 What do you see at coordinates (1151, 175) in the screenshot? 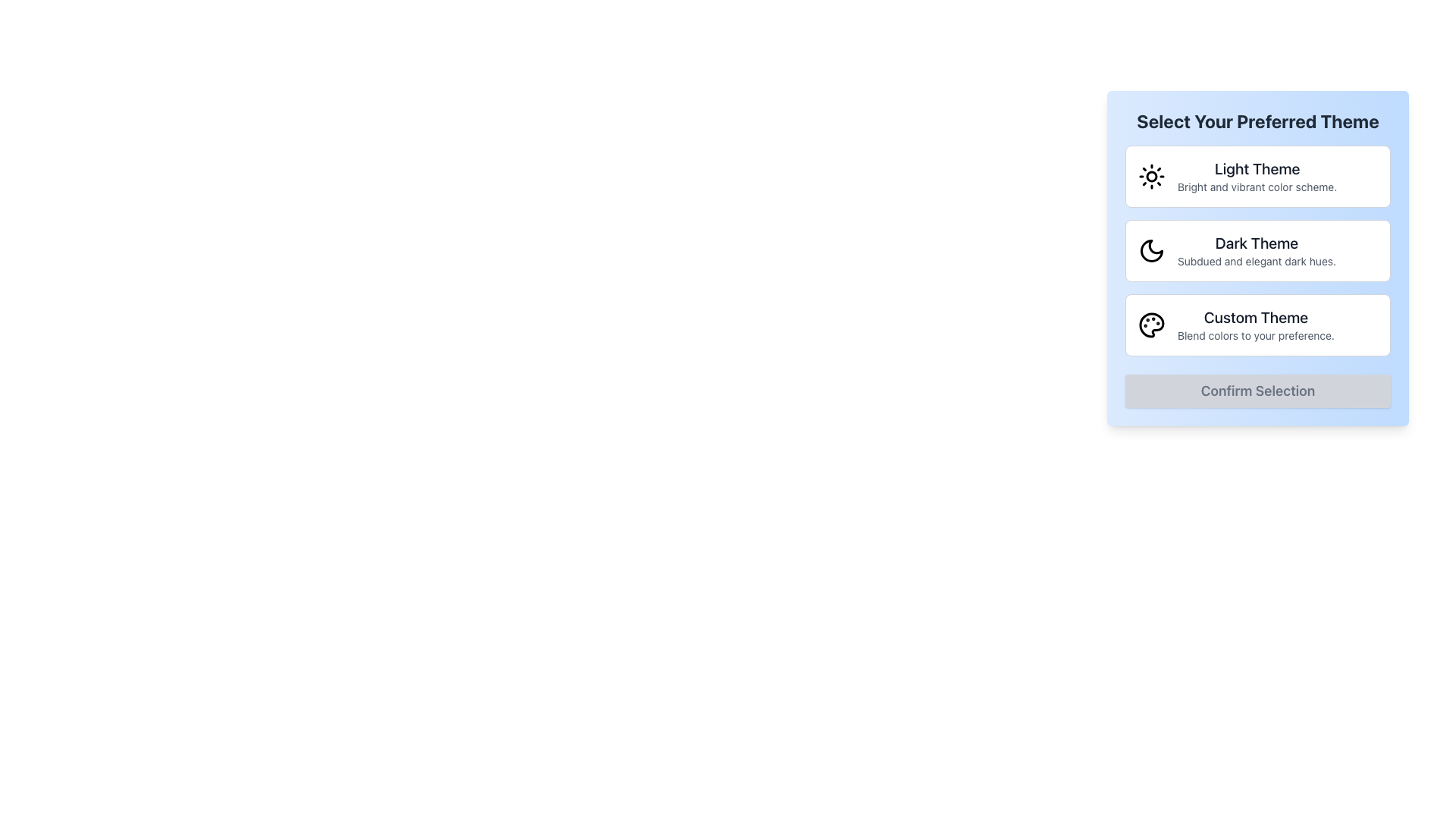
I see `the inner circular part of the sun icon, which visually indicates the 'Light Theme' option in the modal` at bounding box center [1151, 175].